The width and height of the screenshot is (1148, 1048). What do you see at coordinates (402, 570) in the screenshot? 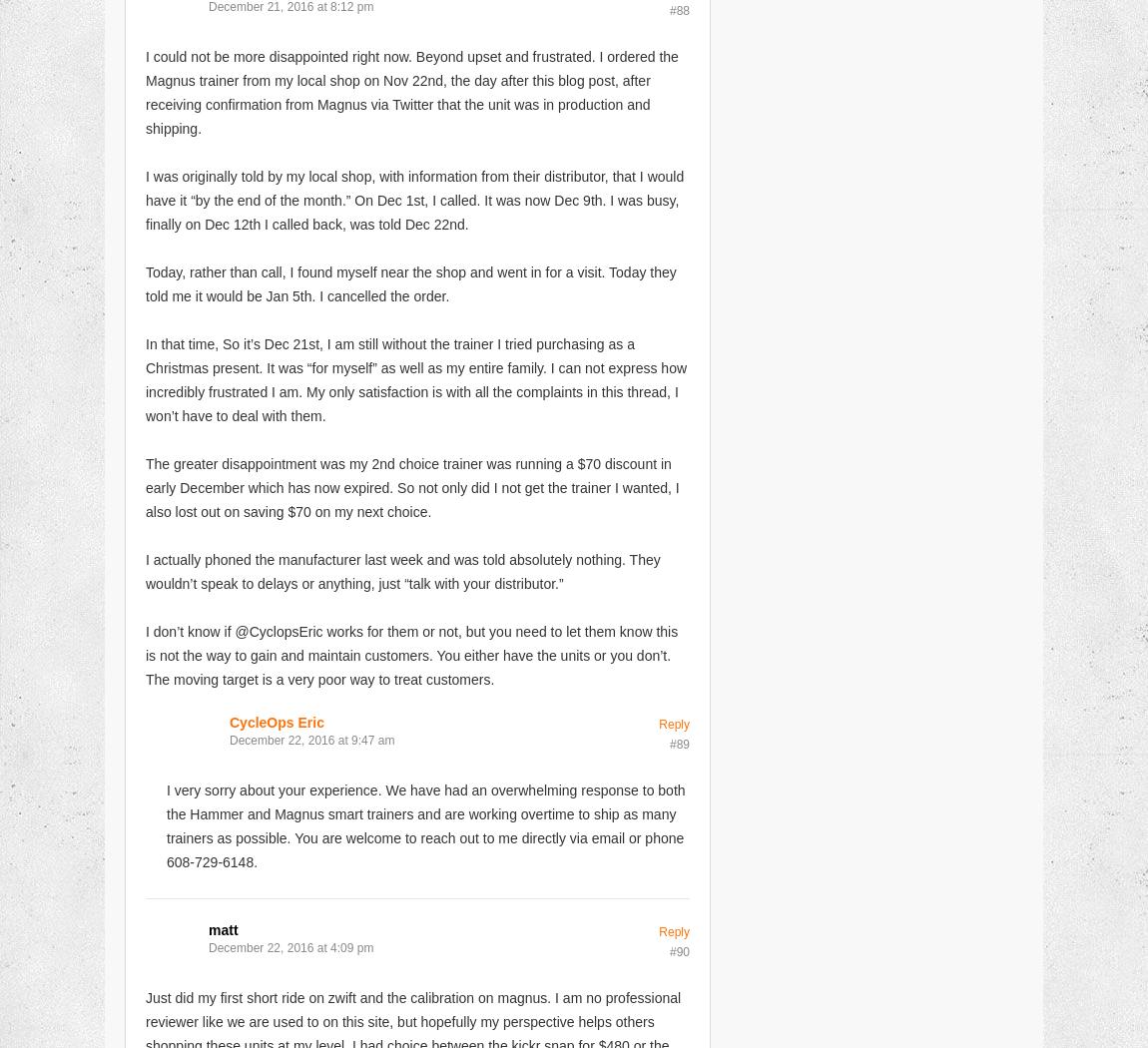
I see `'I actually phoned the manufacturer last week and was told absolutely nothing.  They wouldn’t speak to delays or anything, just “talk with your distributor.”'` at bounding box center [402, 570].